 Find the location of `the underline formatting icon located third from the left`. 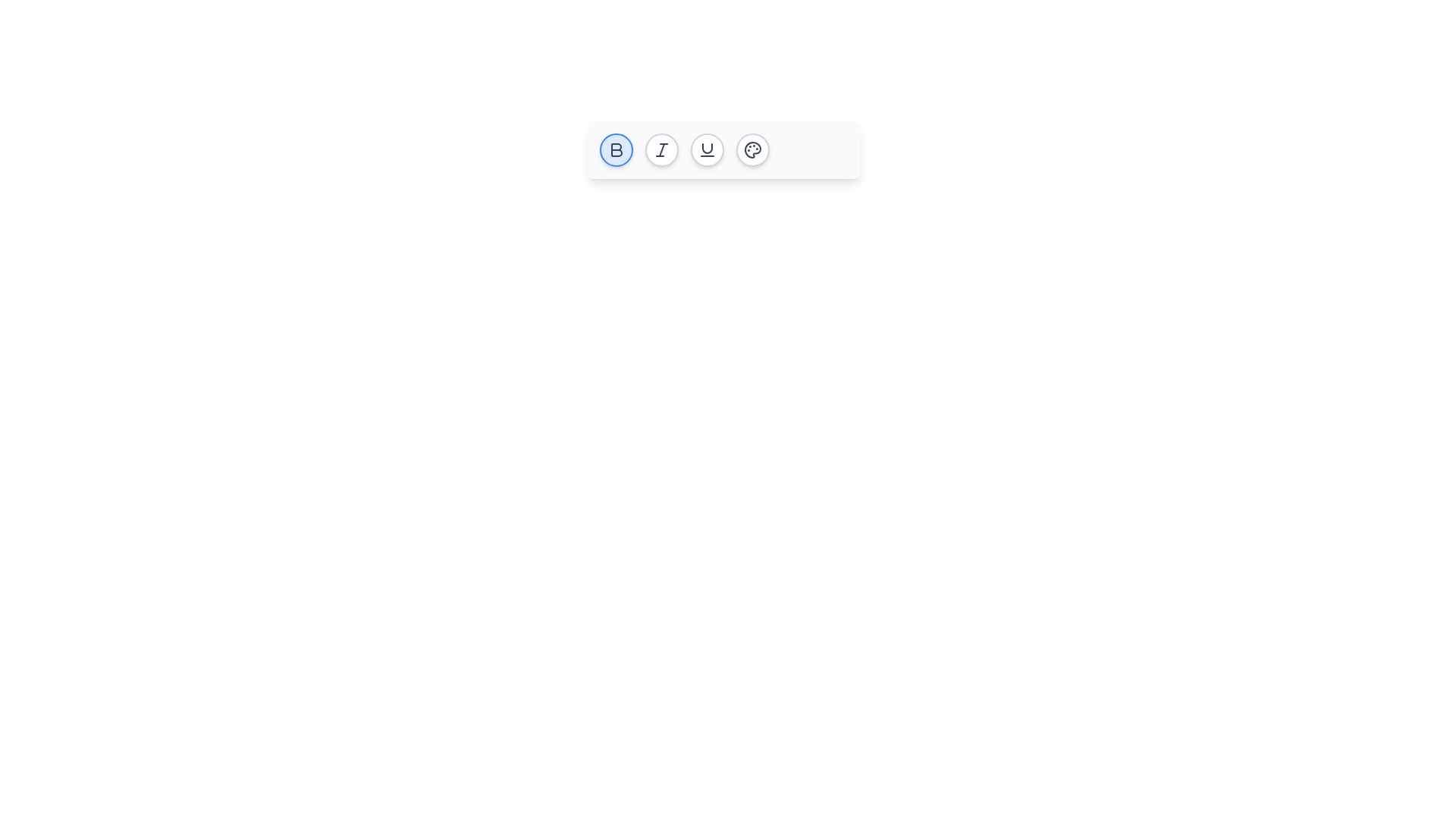

the underline formatting icon located third from the left is located at coordinates (706, 149).